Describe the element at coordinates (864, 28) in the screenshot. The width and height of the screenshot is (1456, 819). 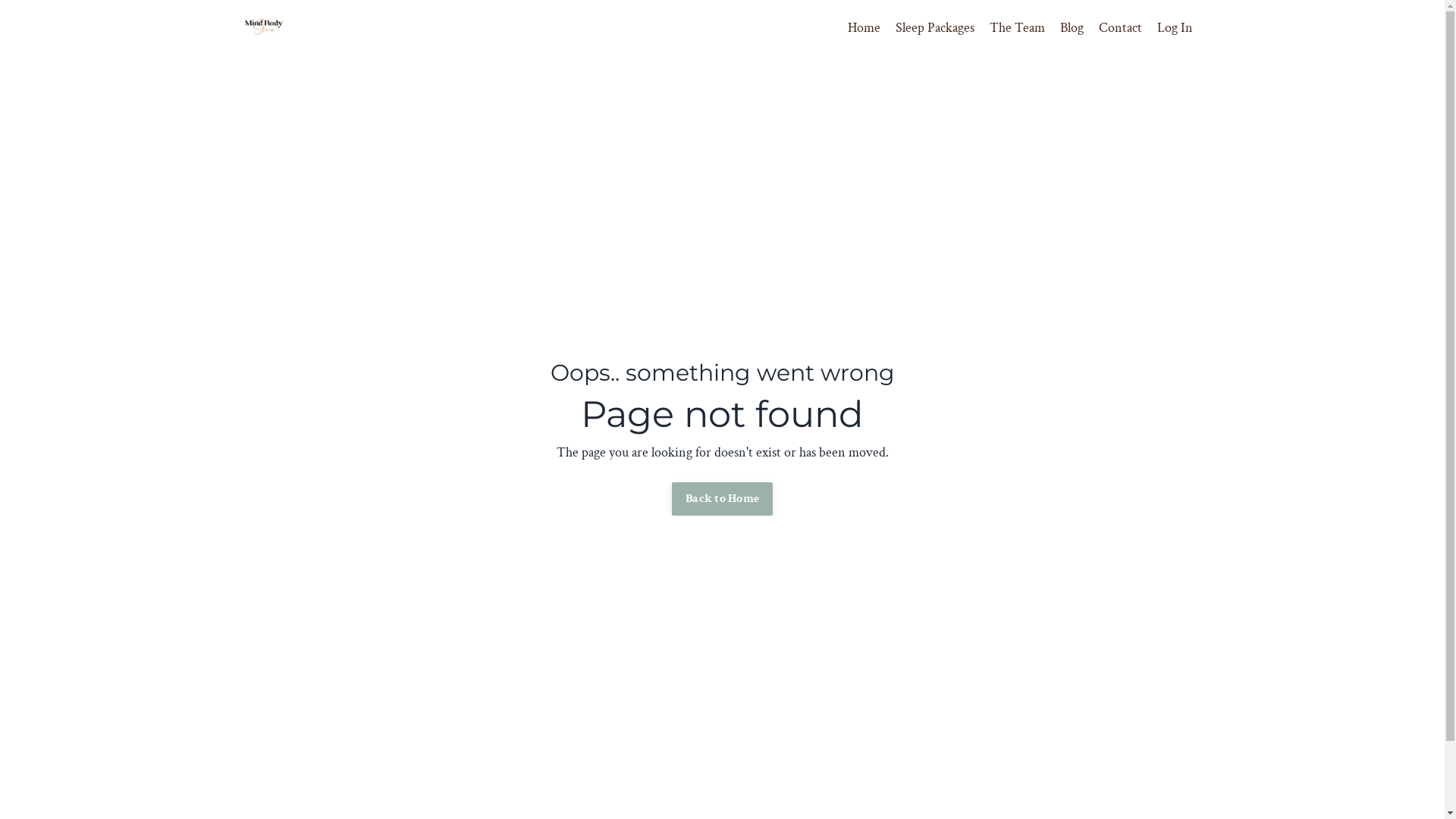
I see `'Home'` at that location.